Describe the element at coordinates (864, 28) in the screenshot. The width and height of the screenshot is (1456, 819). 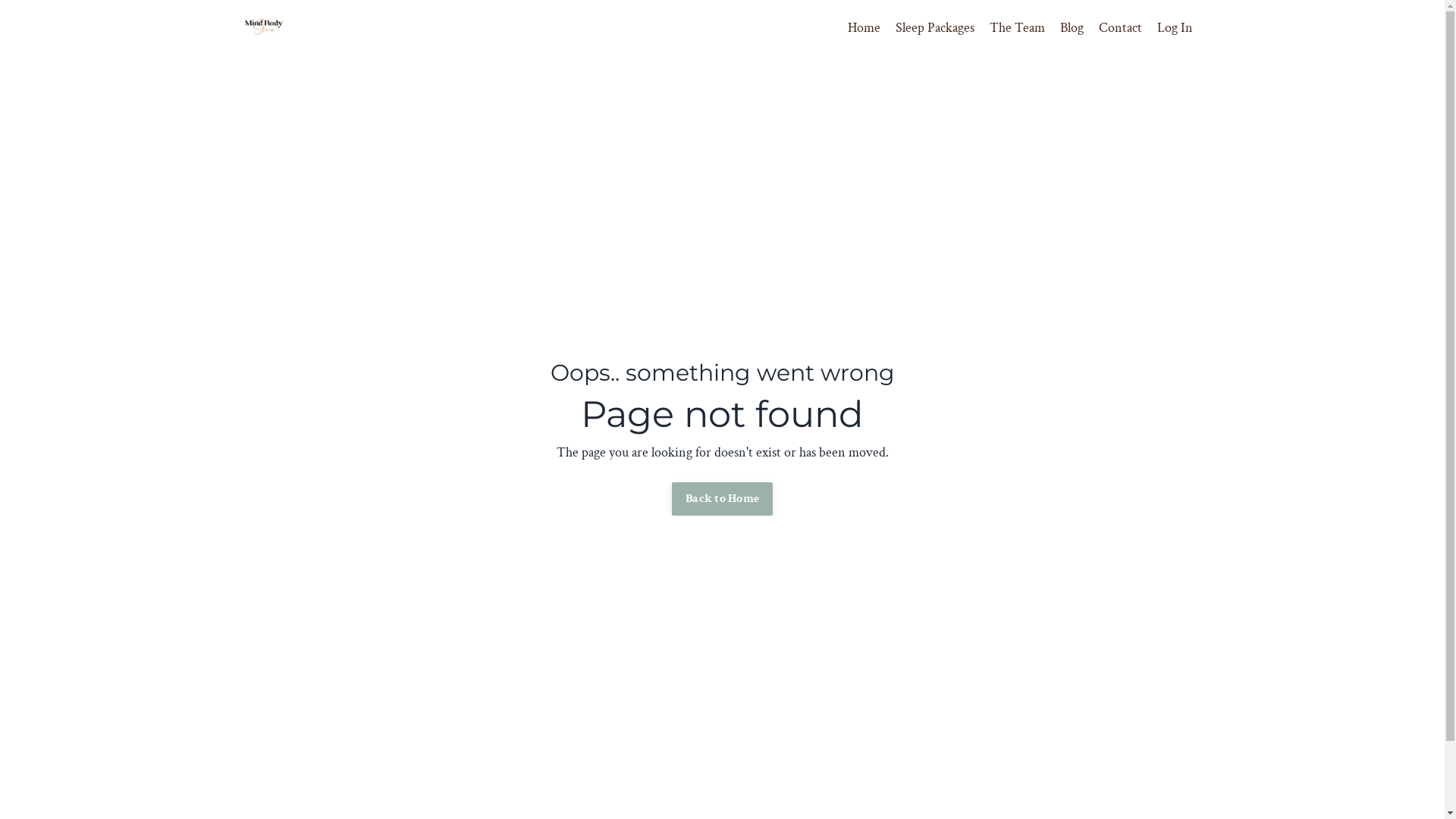
I see `'Home'` at that location.